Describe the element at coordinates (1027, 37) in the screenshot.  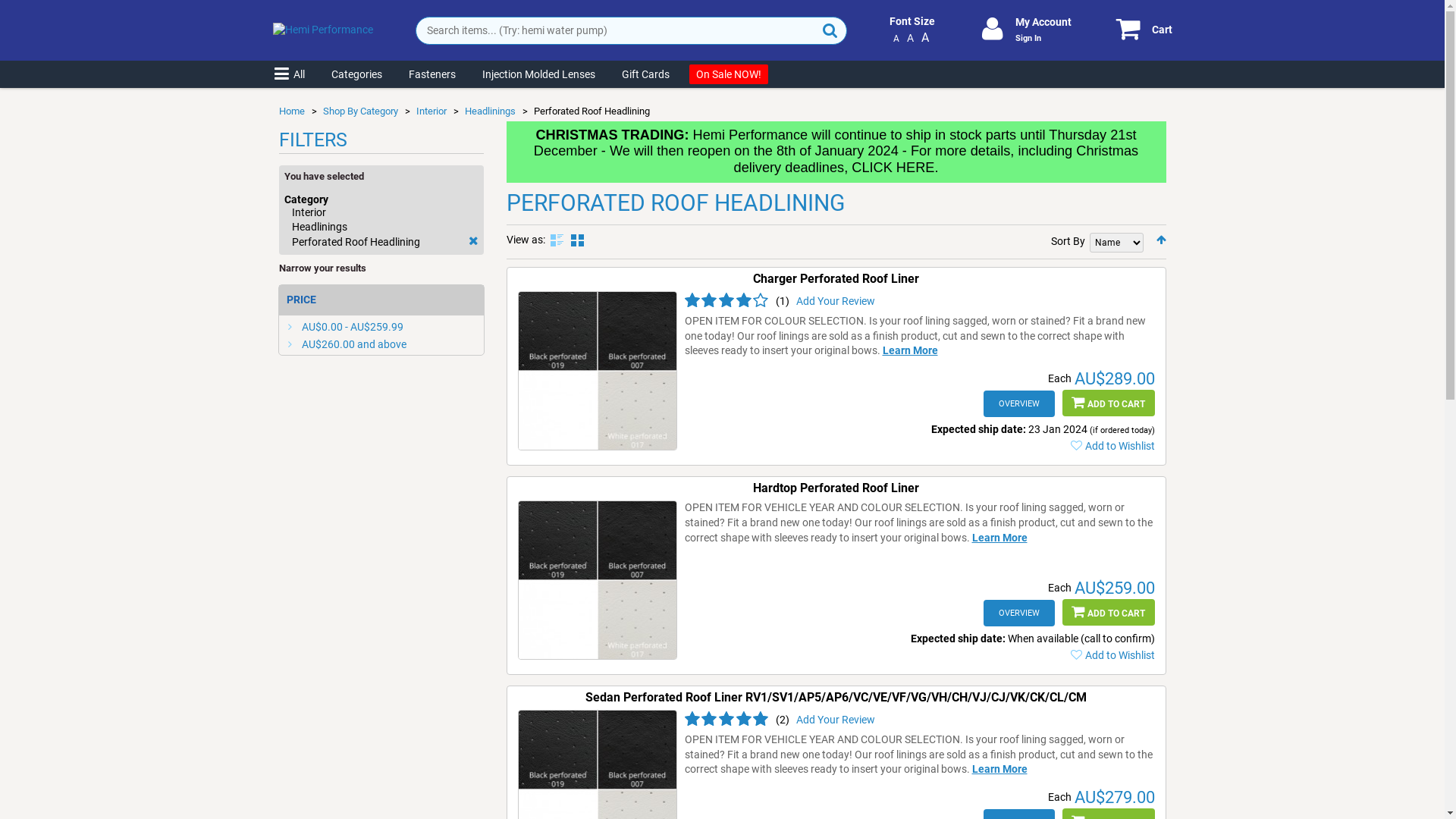
I see `'Sign In'` at that location.